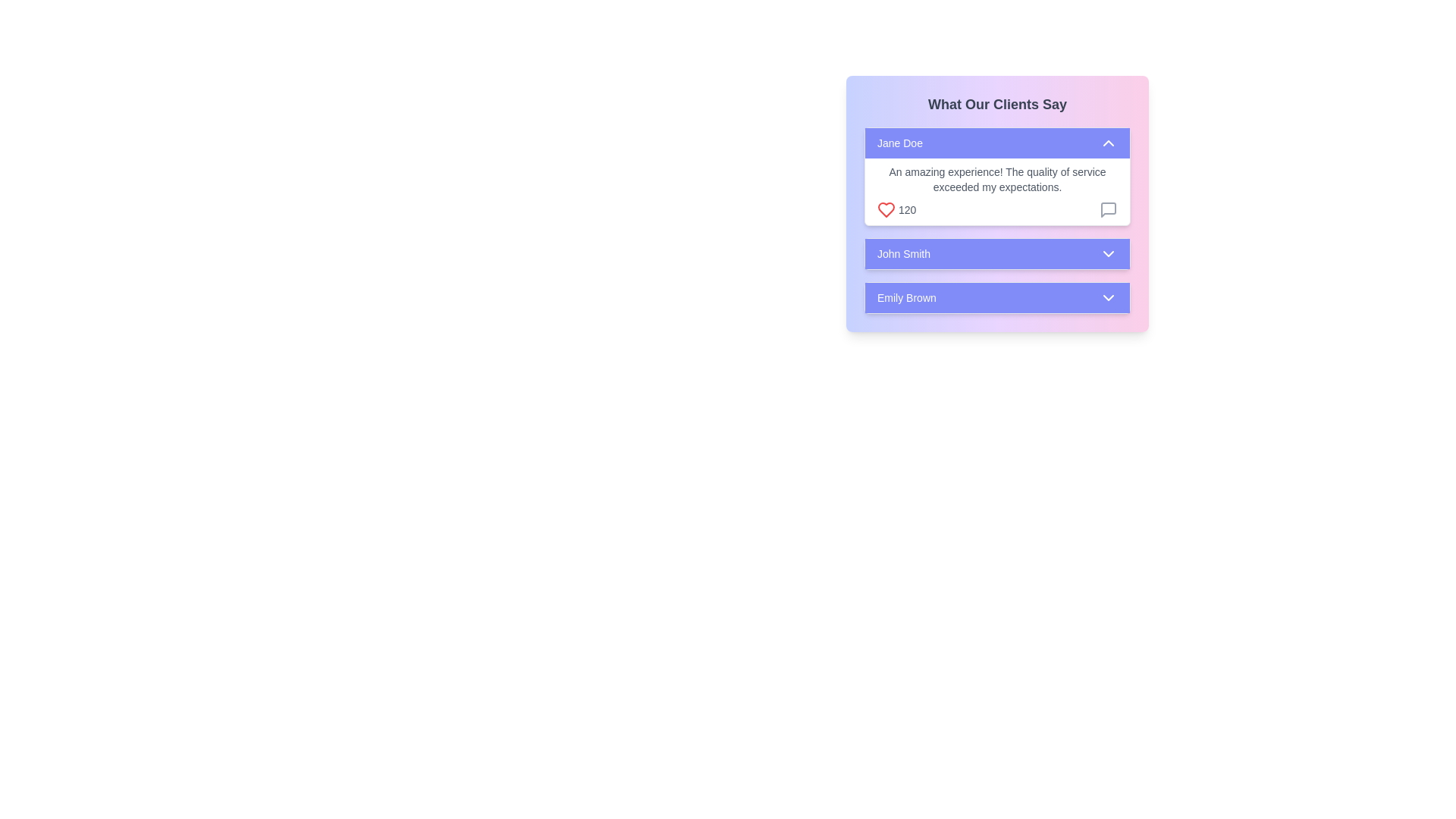 This screenshot has width=1456, height=819. I want to click on the Header Text element displaying 'What Our Clients Say' which is styled in bold and dark gray on a gradient background, located at the top center of the client testimonials section, so click(997, 104).